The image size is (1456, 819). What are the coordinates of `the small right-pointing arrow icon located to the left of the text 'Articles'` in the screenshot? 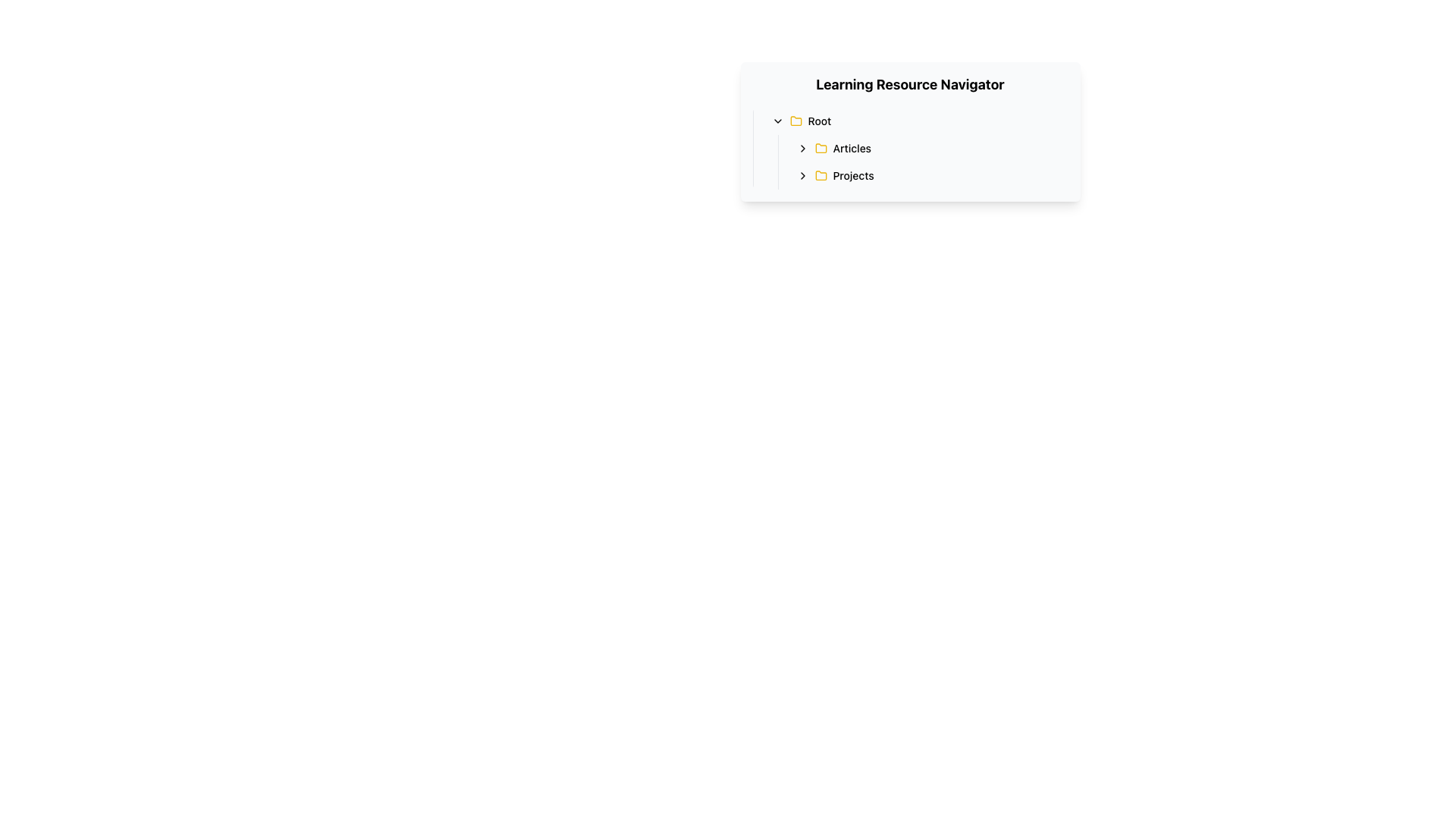 It's located at (802, 149).